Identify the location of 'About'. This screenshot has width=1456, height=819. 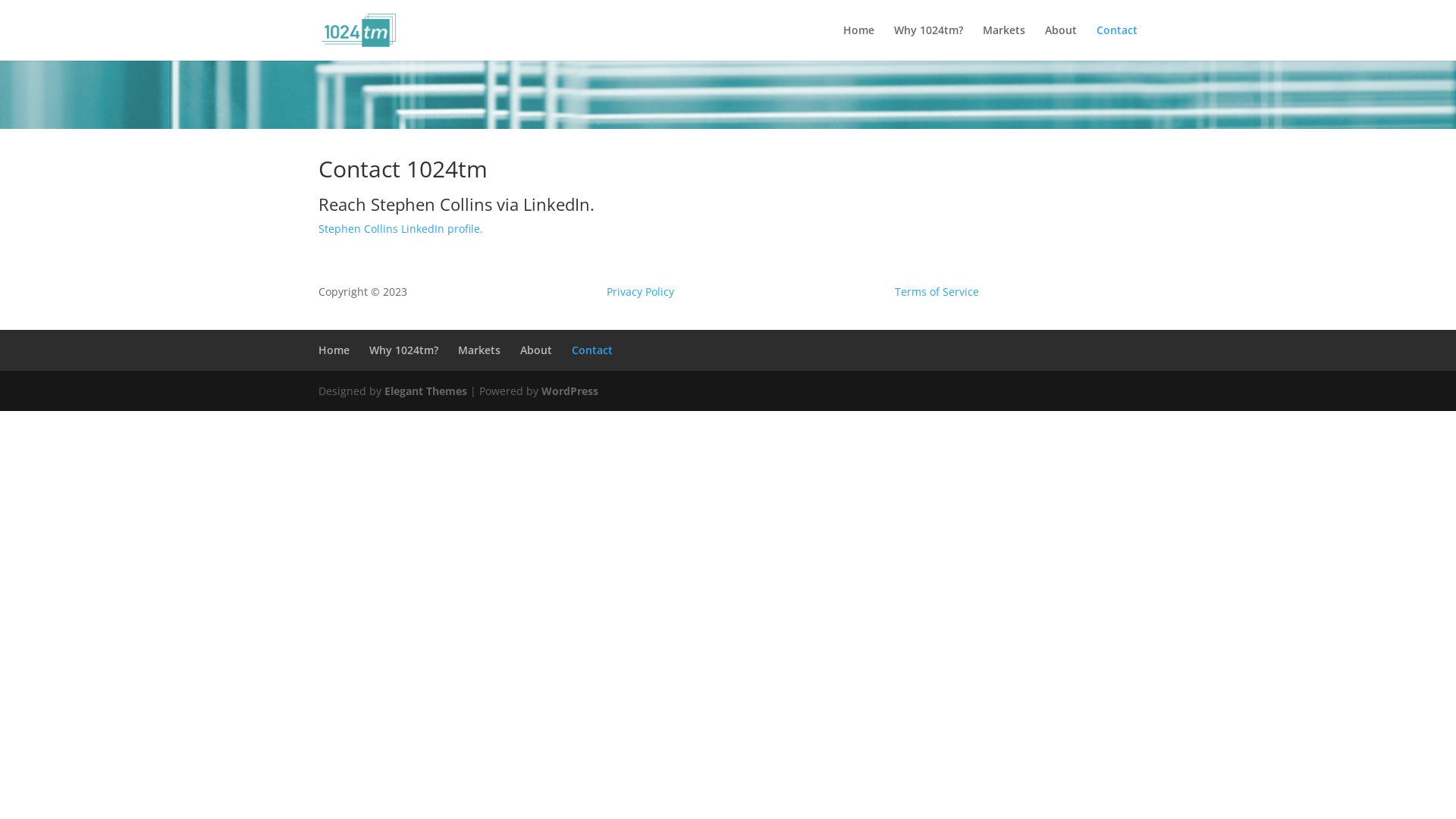
(520, 350).